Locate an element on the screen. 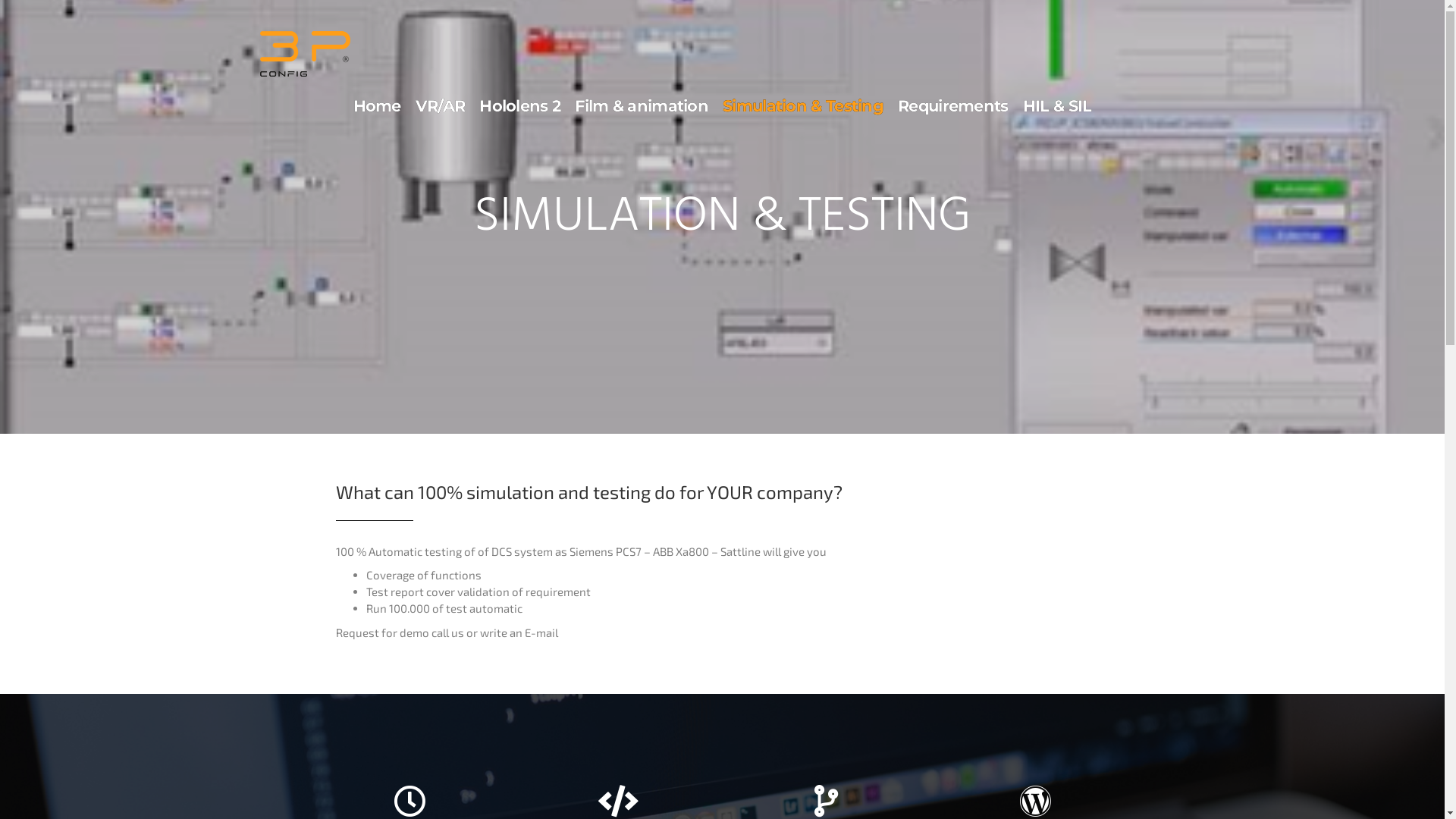  '3pconfig' is located at coordinates (304, 53).